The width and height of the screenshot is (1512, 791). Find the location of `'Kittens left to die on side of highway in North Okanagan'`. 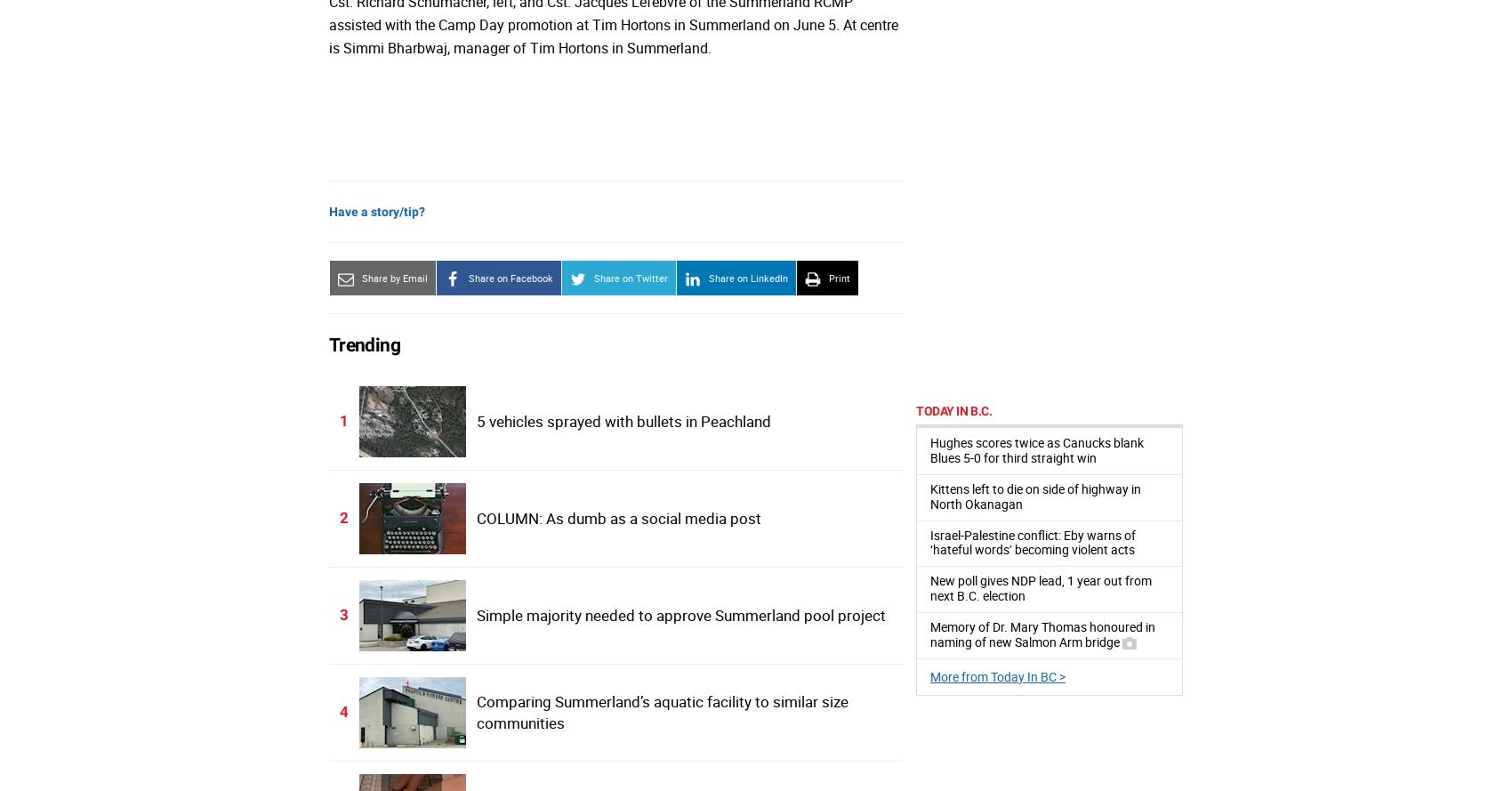

'Kittens left to die on side of highway in North Okanagan' is located at coordinates (1035, 496).